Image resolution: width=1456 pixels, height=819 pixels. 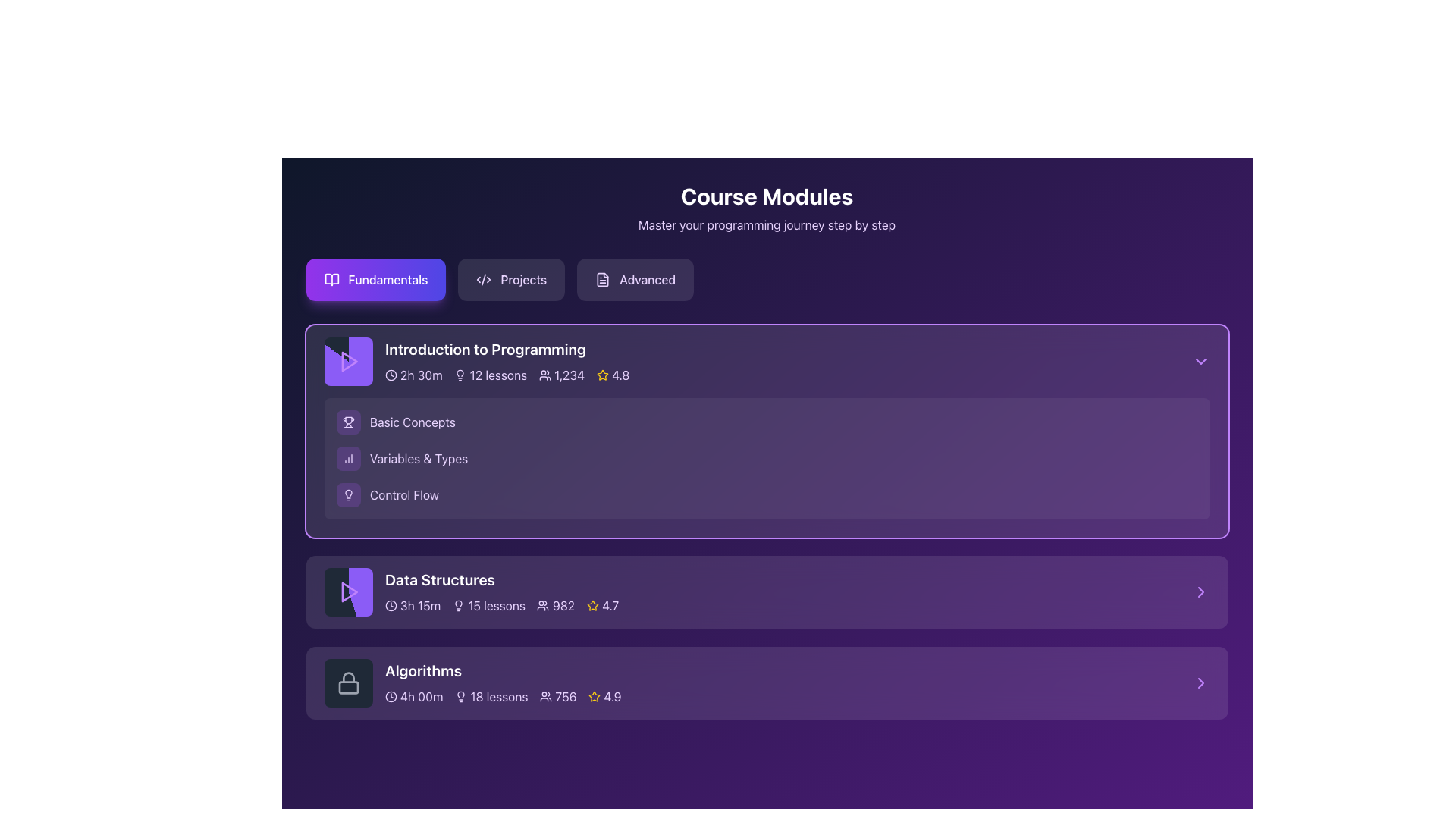 What do you see at coordinates (543, 604) in the screenshot?
I see `the SVG icon representing a group of people located in the 'Data Structures' section, adjacent to the number '982'` at bounding box center [543, 604].